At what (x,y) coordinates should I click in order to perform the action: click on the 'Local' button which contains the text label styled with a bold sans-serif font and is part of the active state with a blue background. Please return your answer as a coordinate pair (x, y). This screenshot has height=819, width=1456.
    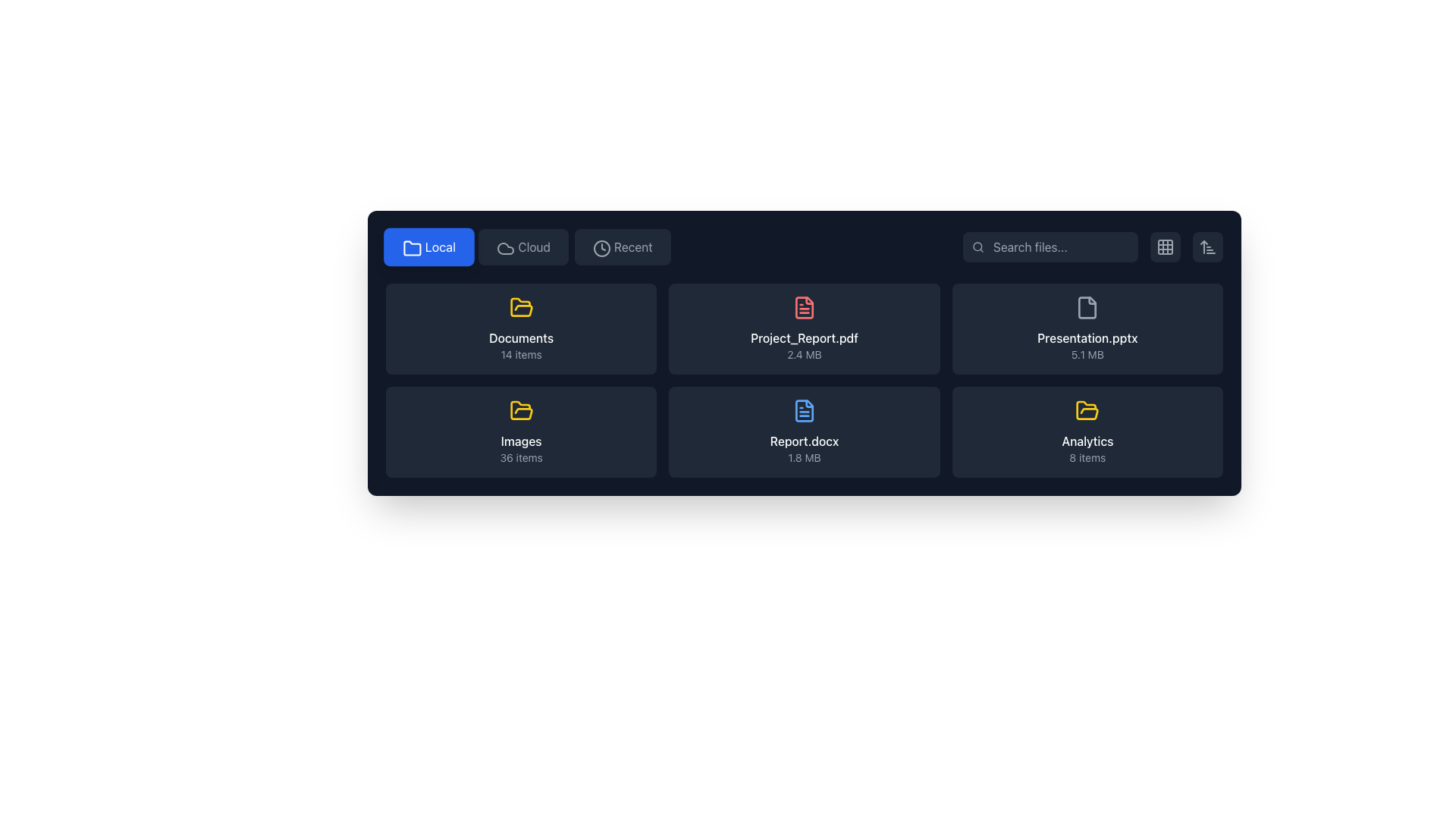
    Looking at the image, I should click on (439, 246).